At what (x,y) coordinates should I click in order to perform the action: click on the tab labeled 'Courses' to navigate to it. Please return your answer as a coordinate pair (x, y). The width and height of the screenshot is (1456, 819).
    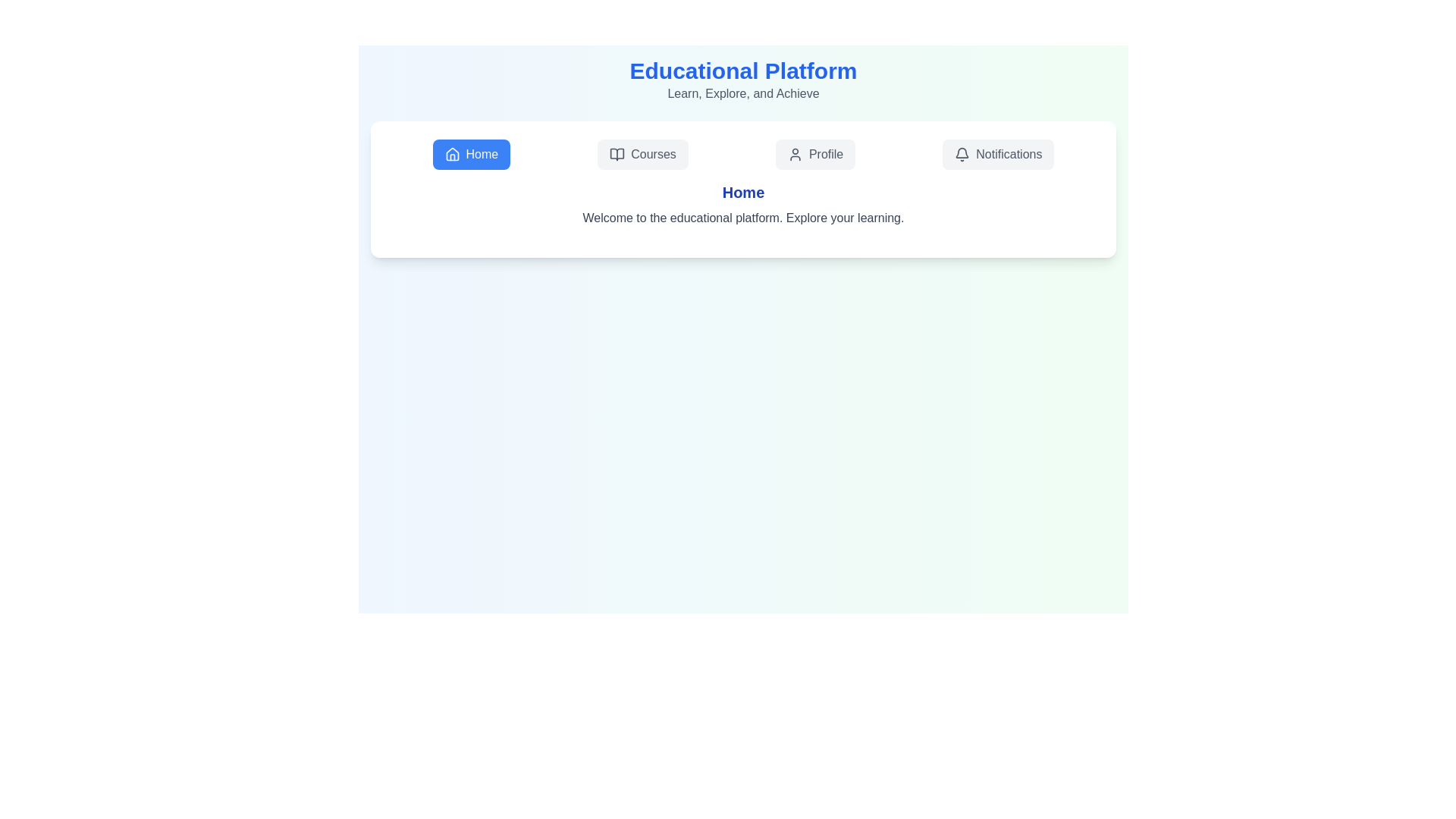
    Looking at the image, I should click on (643, 155).